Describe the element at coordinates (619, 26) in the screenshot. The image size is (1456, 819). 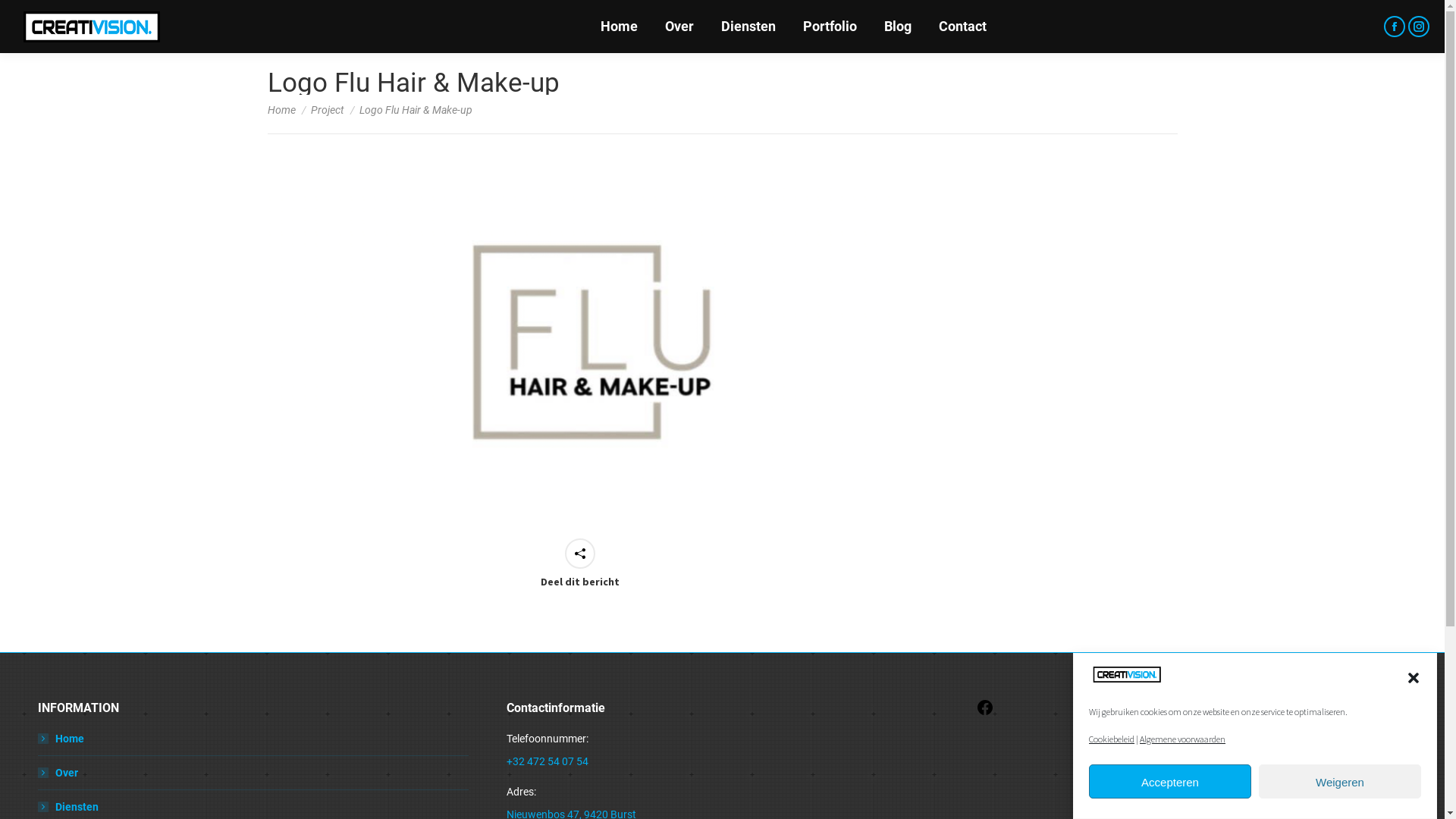
I see `'Home'` at that location.